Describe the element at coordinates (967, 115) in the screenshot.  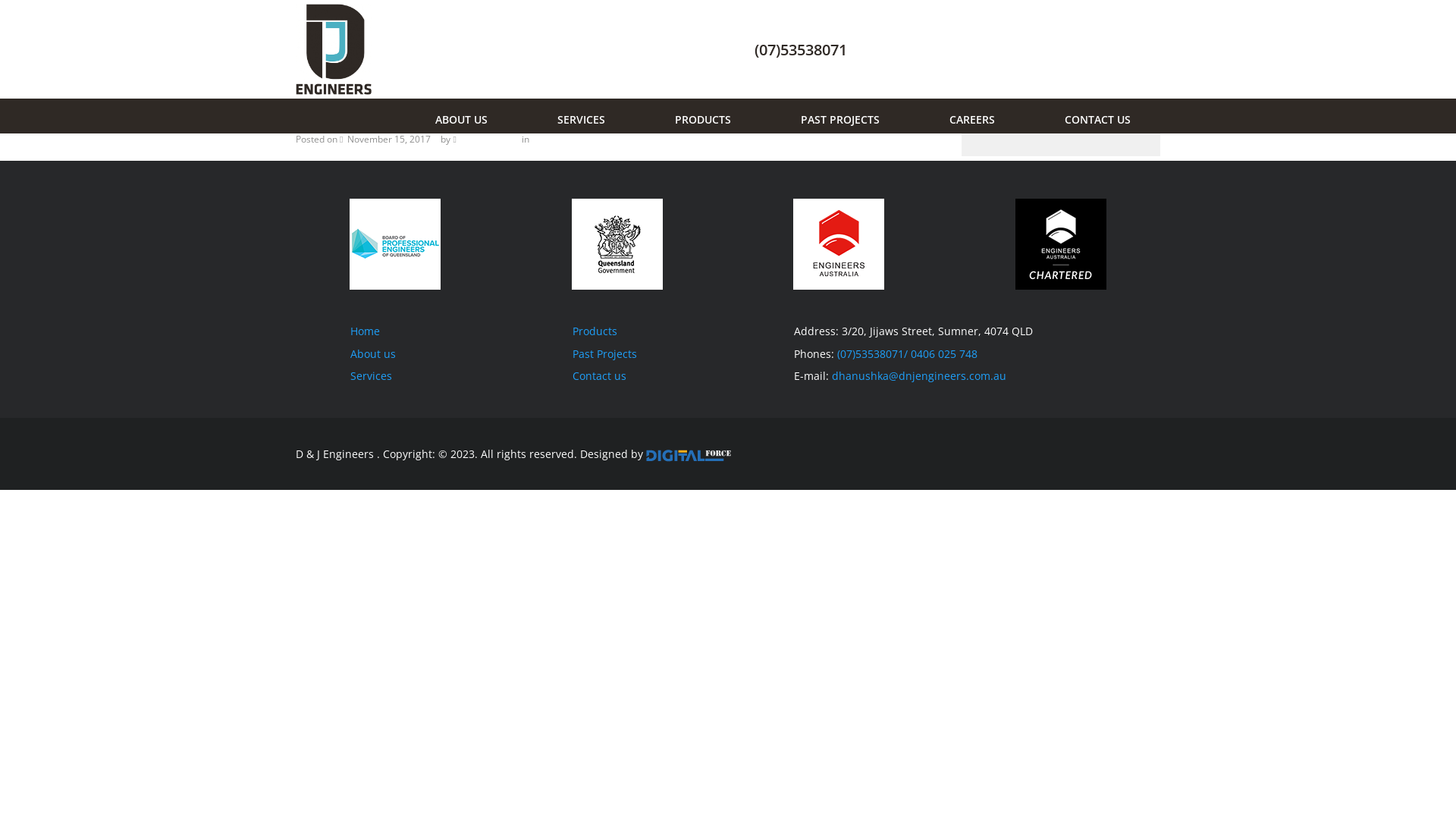
I see `'CAREERS'` at that location.